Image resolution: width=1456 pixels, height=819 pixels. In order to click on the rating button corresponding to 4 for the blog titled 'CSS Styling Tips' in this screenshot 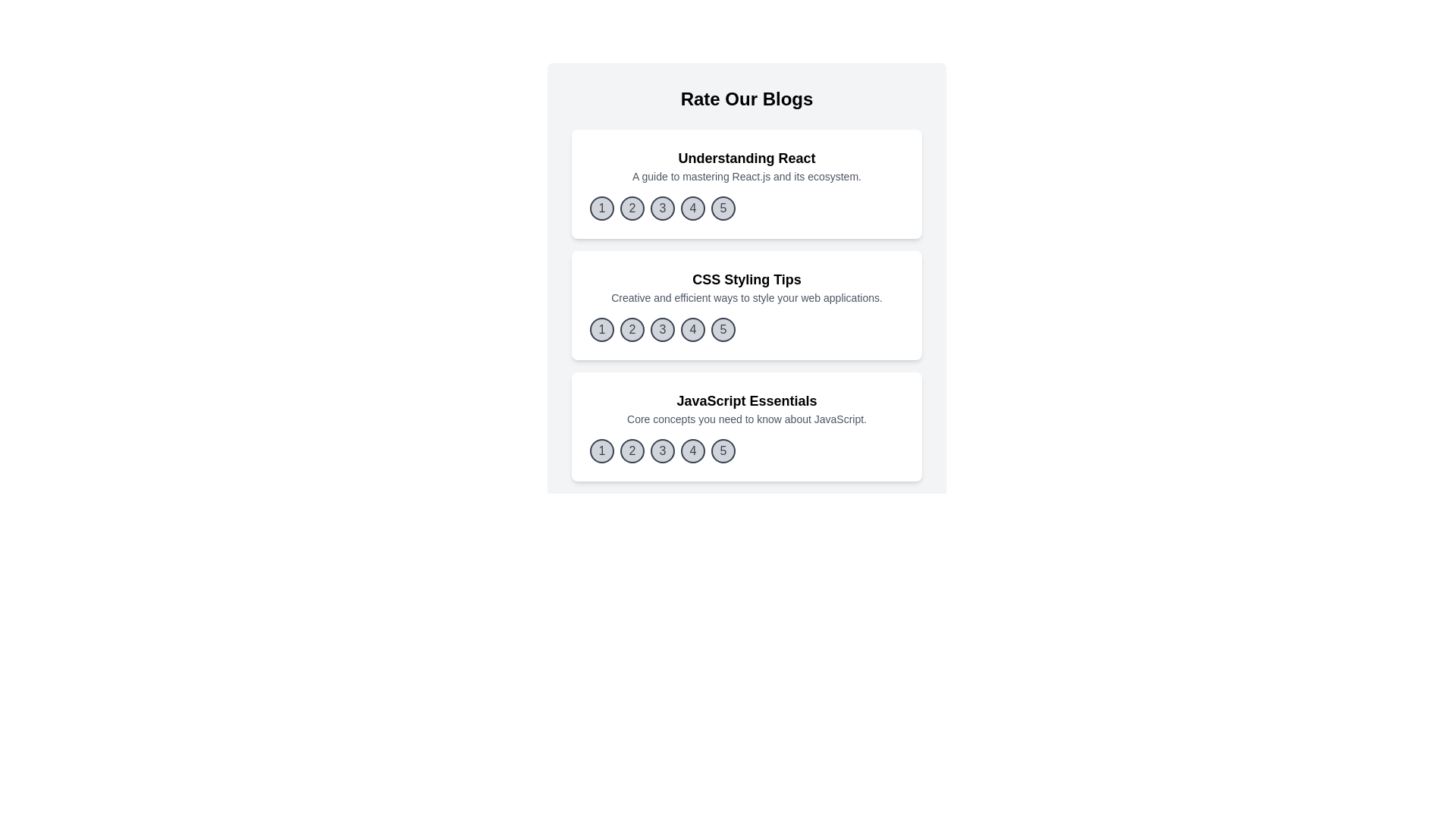, I will do `click(692, 329)`.